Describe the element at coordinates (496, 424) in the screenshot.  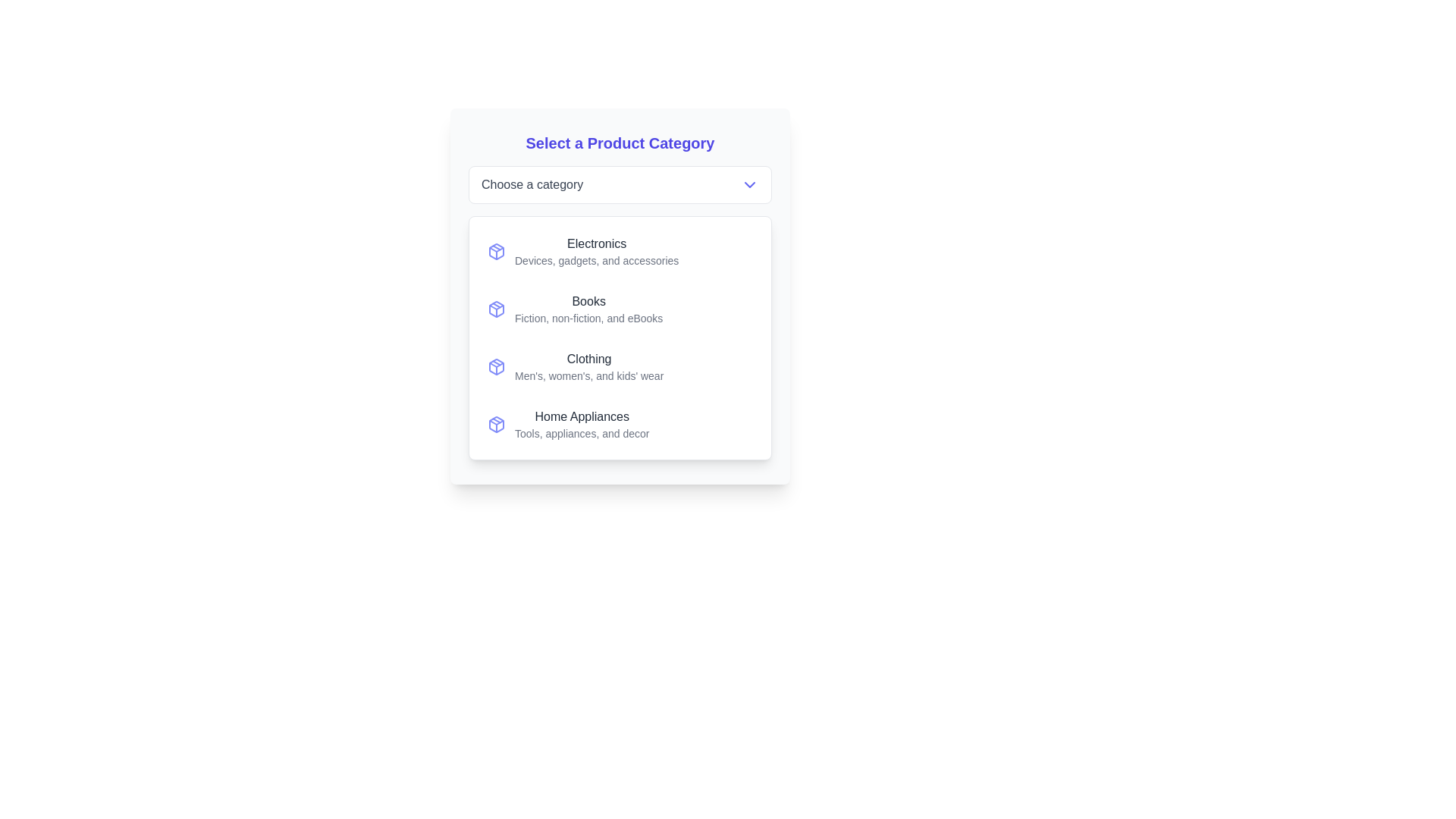
I see `the 'Home Appliances' icon` at that location.